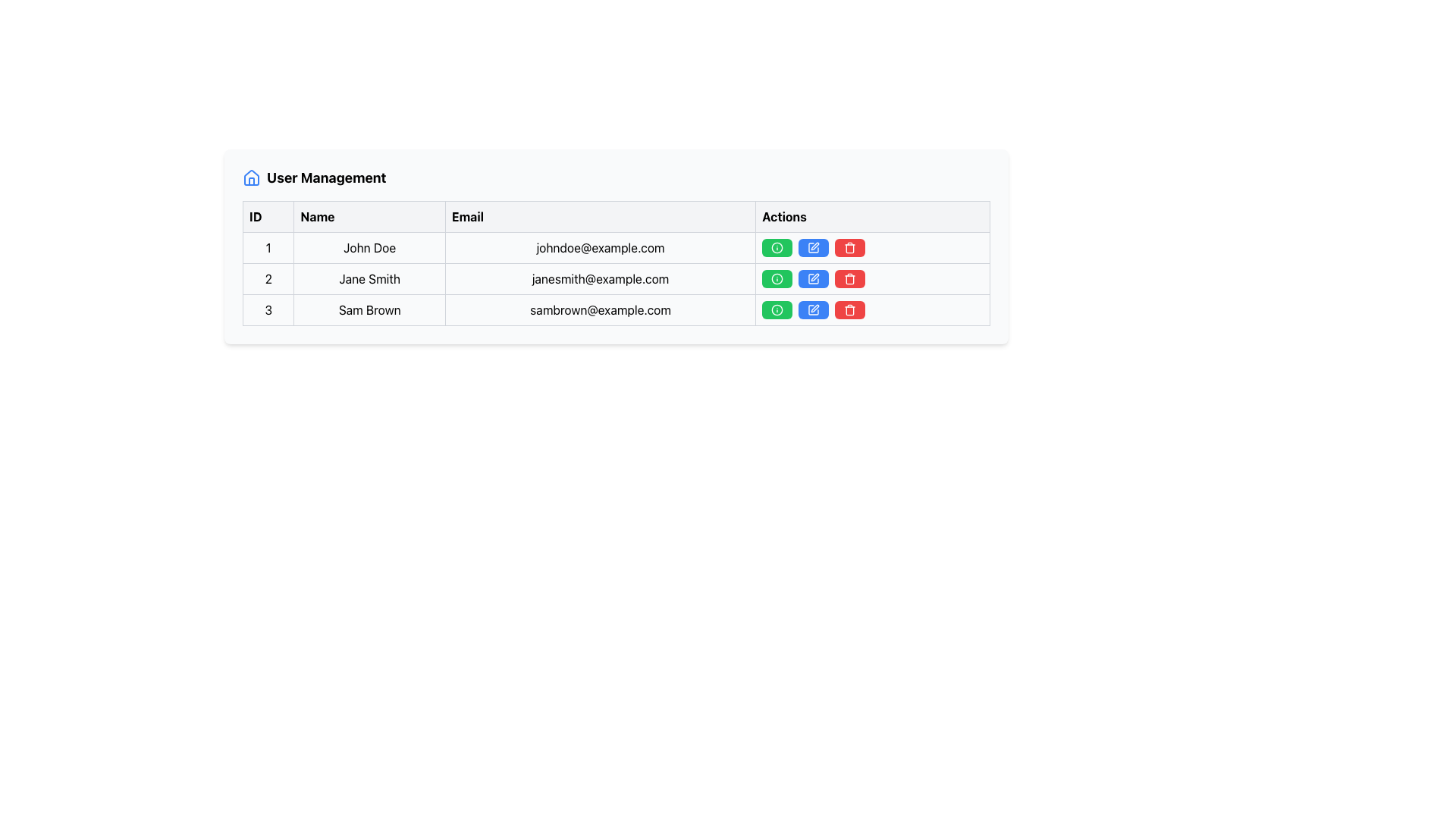 The width and height of the screenshot is (1456, 819). Describe the element at coordinates (777, 309) in the screenshot. I see `the 'view' button in the 'Actions' column for the user 'Sam Brown'` at that location.